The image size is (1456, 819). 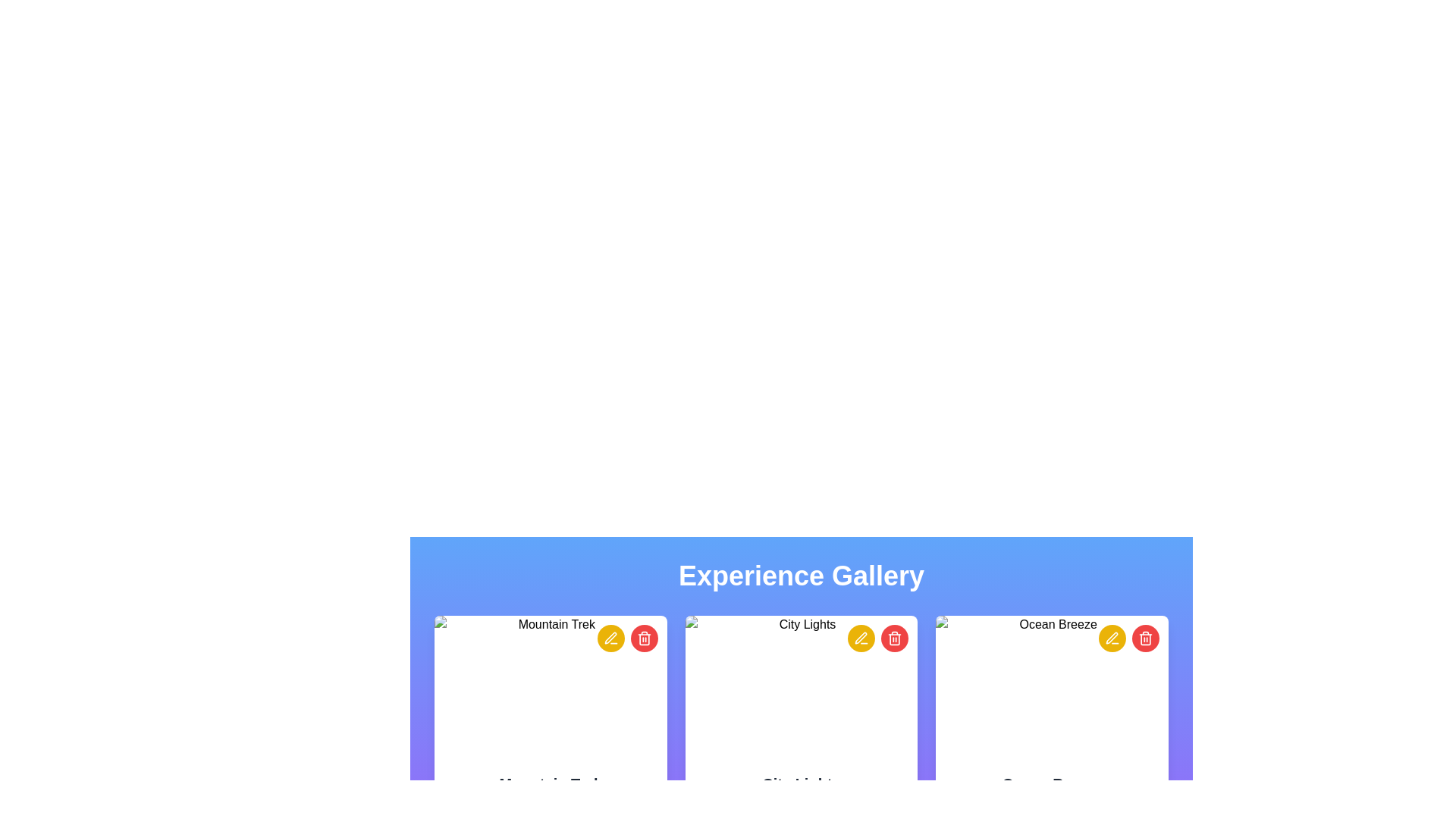 I want to click on the delete action button located in the top-right corner of the 'City Lights' card to observe any visual response, so click(x=895, y=638).